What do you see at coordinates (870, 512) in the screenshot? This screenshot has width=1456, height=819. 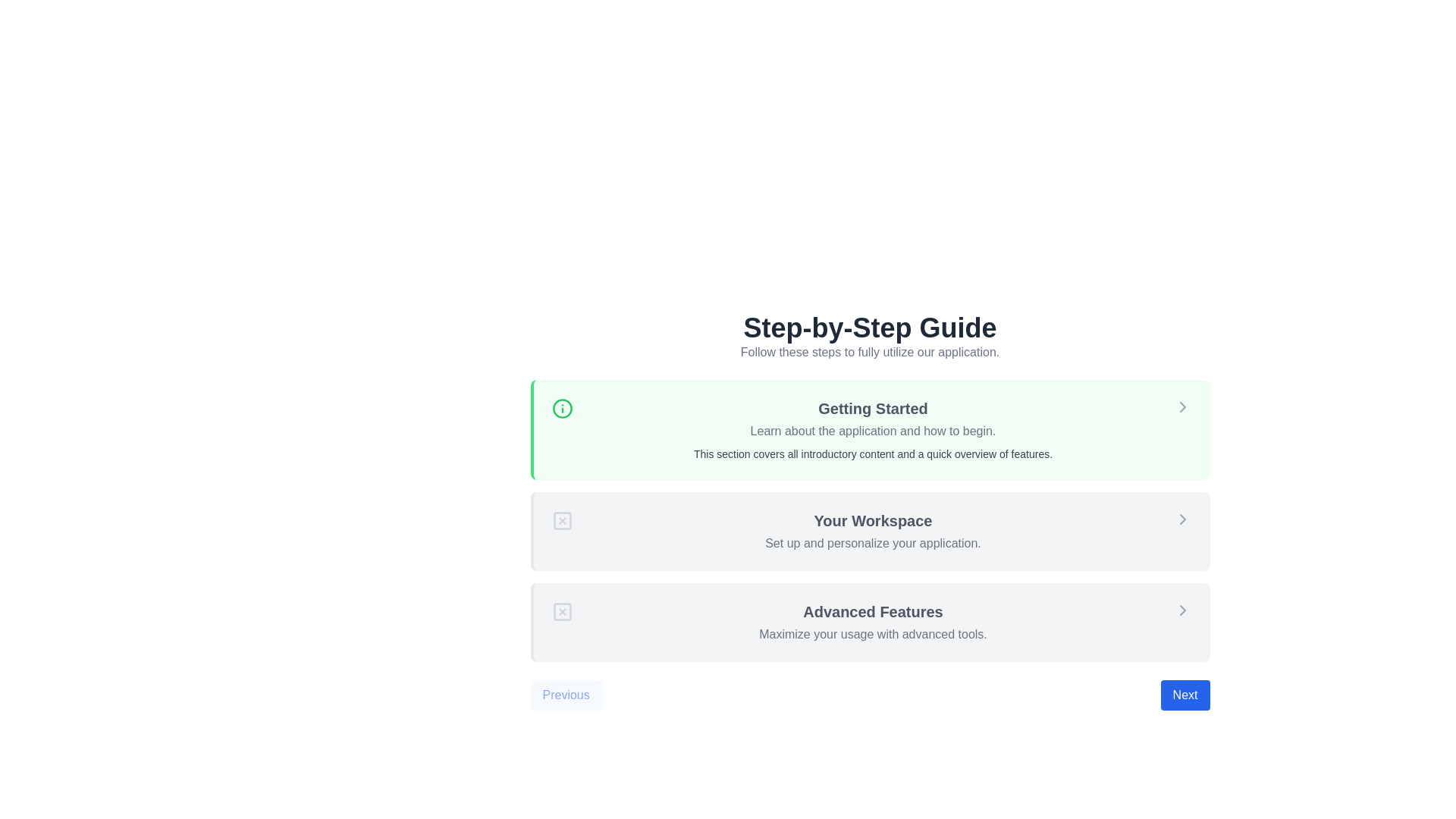 I see `the second section of the 'Step-by-Step Guide' titled 'Your Workspace'` at bounding box center [870, 512].